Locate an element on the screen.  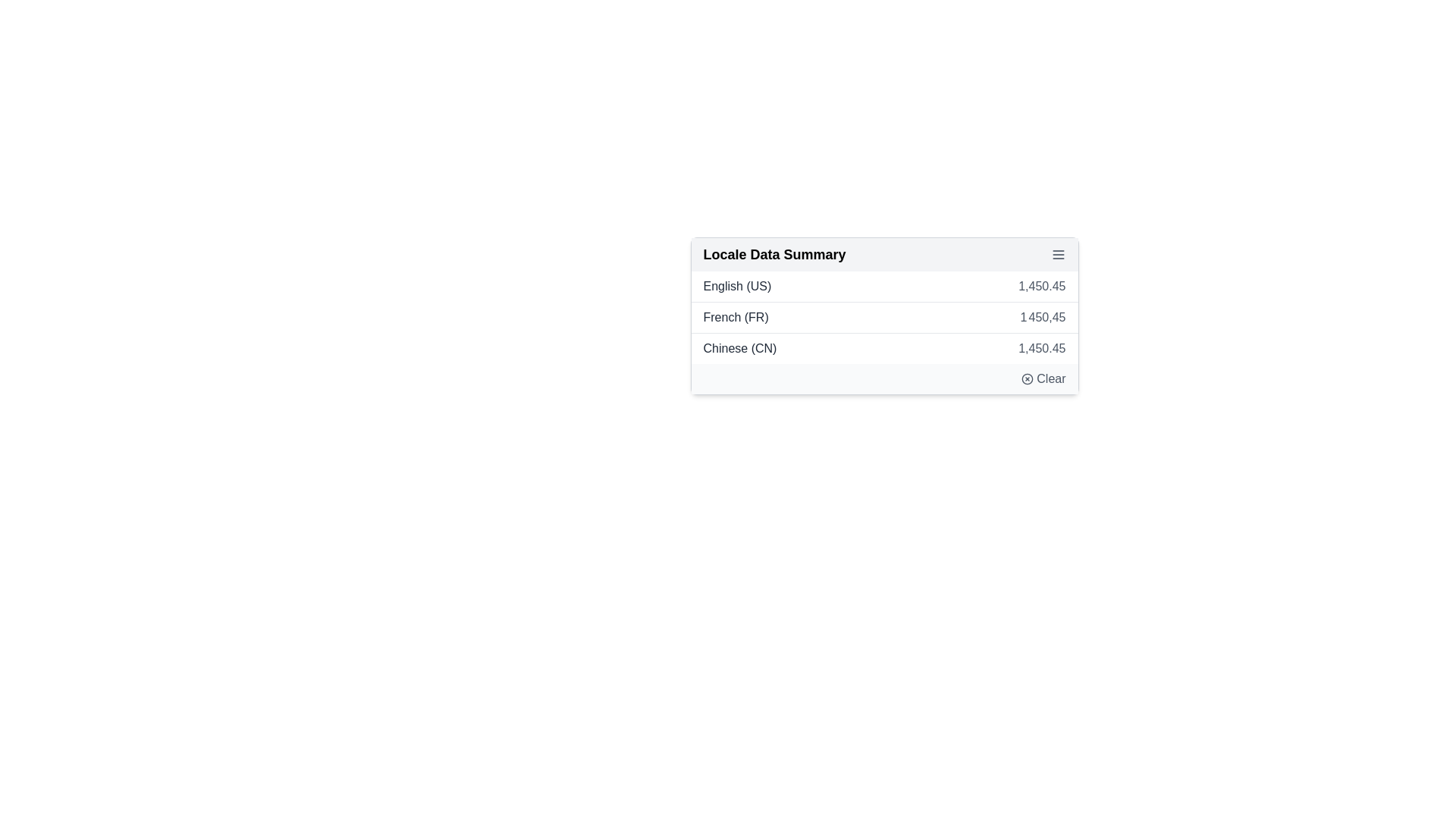
the numeric value text label associated with the 'French (FR)' label in the 'Locale Data Summary' table, which is positioned to the right of the 'French (FR)' label is located at coordinates (1042, 317).